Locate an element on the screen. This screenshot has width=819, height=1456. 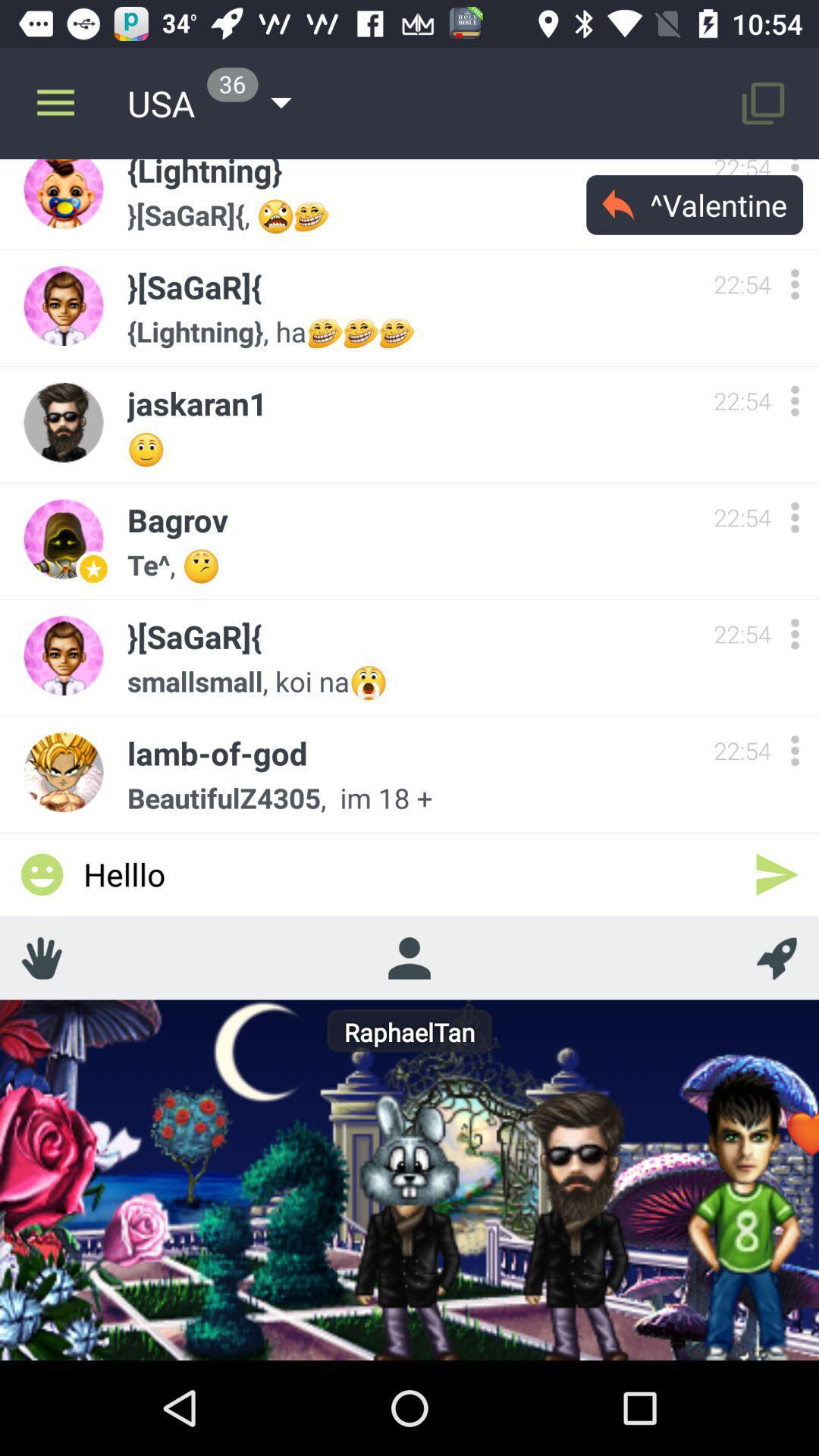
show more options is located at coordinates (794, 634).